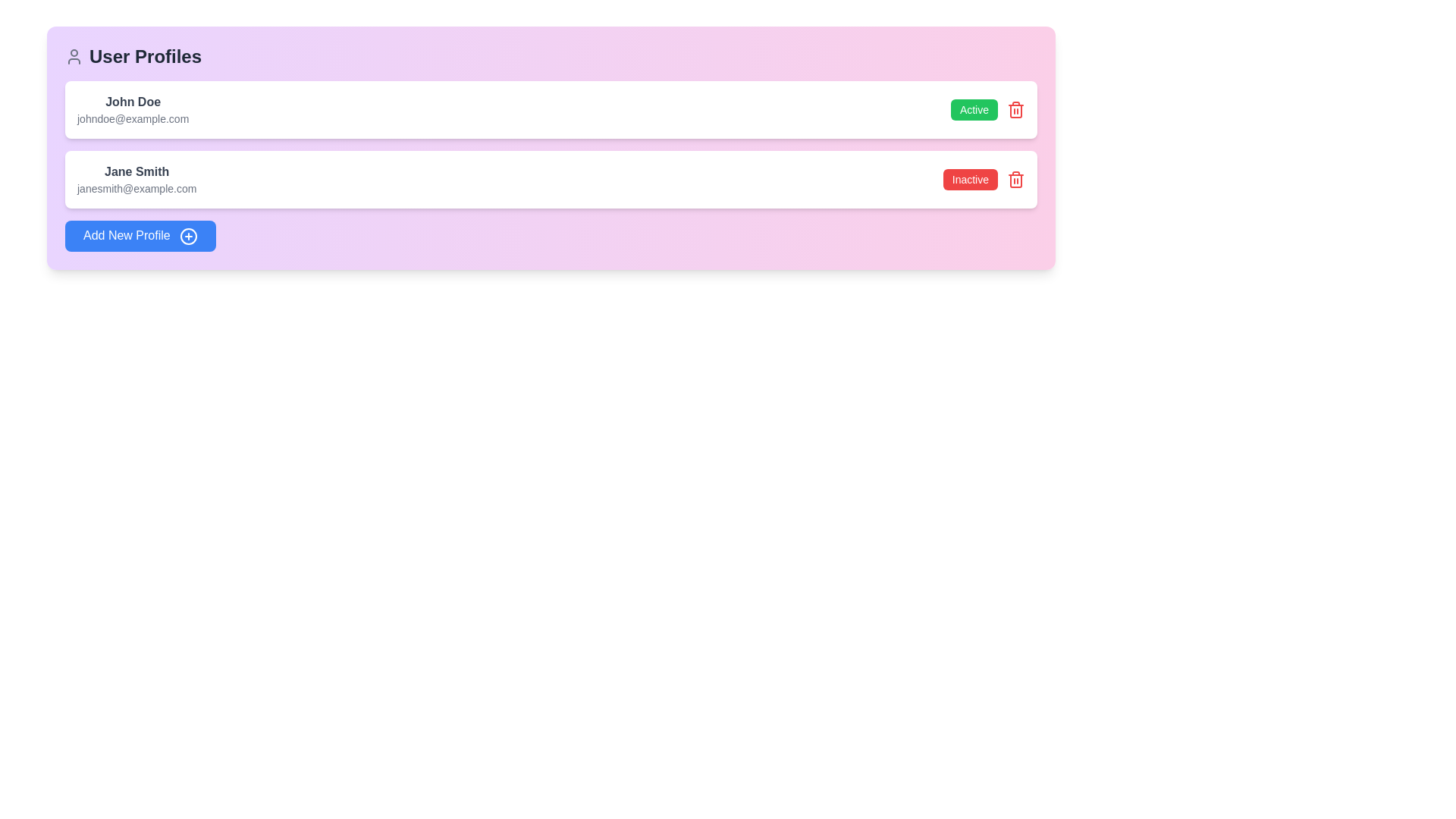 This screenshot has height=819, width=1456. Describe the element at coordinates (974, 109) in the screenshot. I see `the status indicator button located in the top-right section of the first user profile entry within the 'User Profiles' panel for interaction` at that location.